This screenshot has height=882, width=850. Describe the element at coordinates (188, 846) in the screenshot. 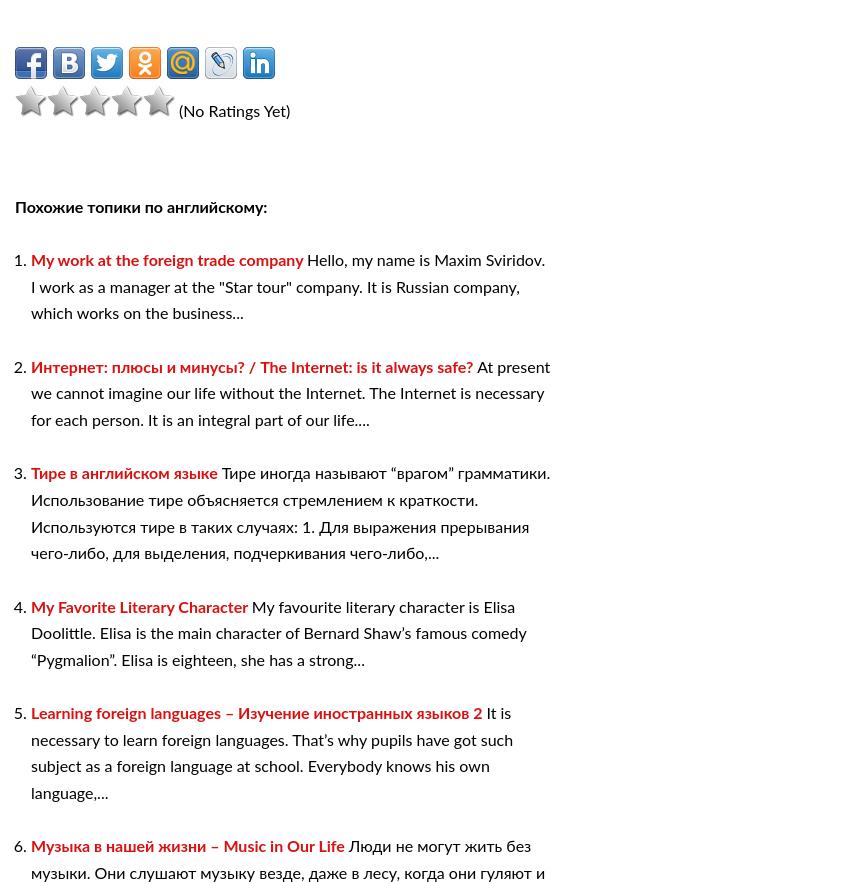

I see `'Музыка в нашей жизни – Music in Our Life'` at that location.